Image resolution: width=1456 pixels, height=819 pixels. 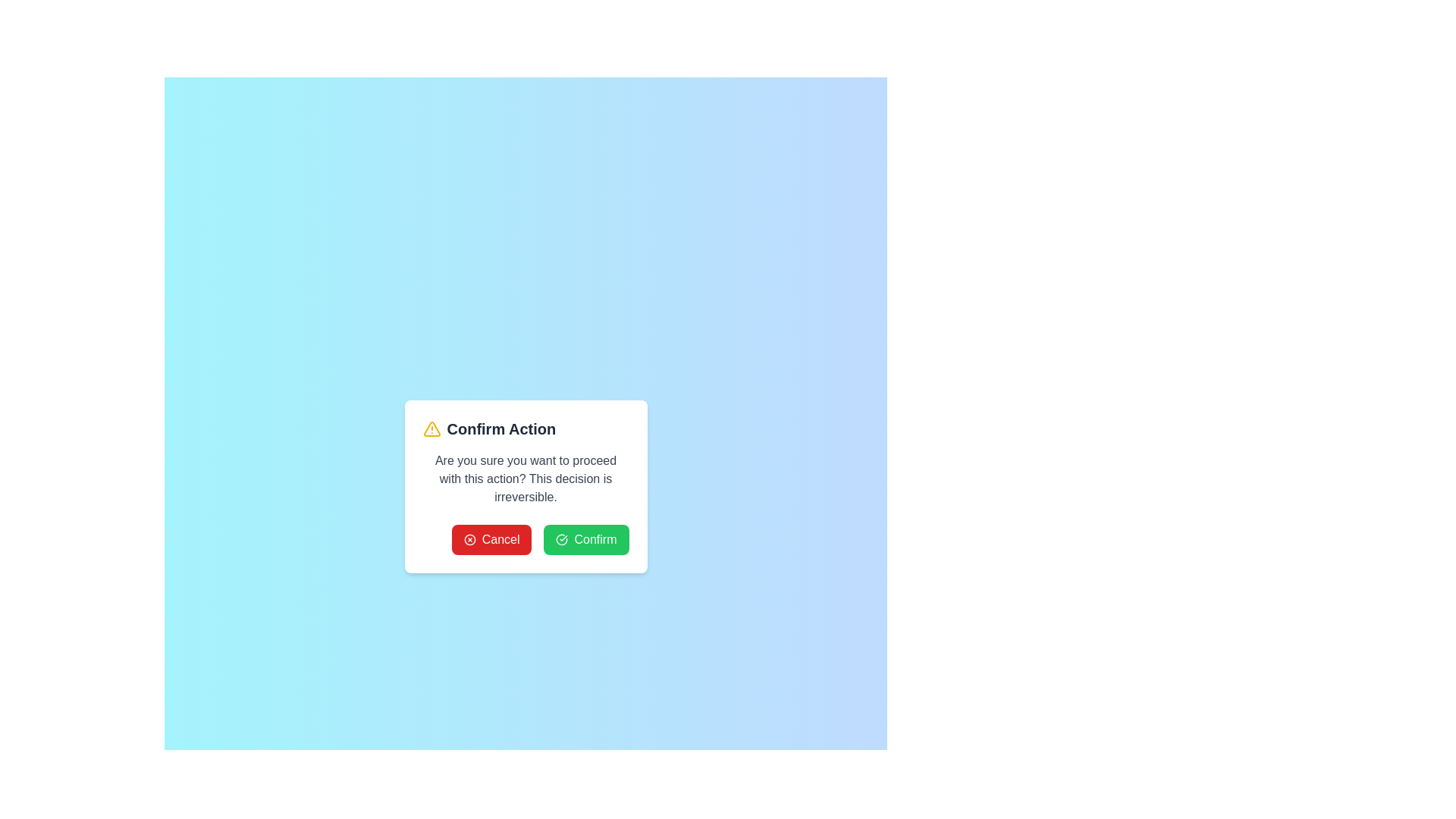 What do you see at coordinates (501, 429) in the screenshot?
I see `the confirmation dialog's heading text label, which indicates the action the user is about to confirm, positioned to the right of the warning icon` at bounding box center [501, 429].